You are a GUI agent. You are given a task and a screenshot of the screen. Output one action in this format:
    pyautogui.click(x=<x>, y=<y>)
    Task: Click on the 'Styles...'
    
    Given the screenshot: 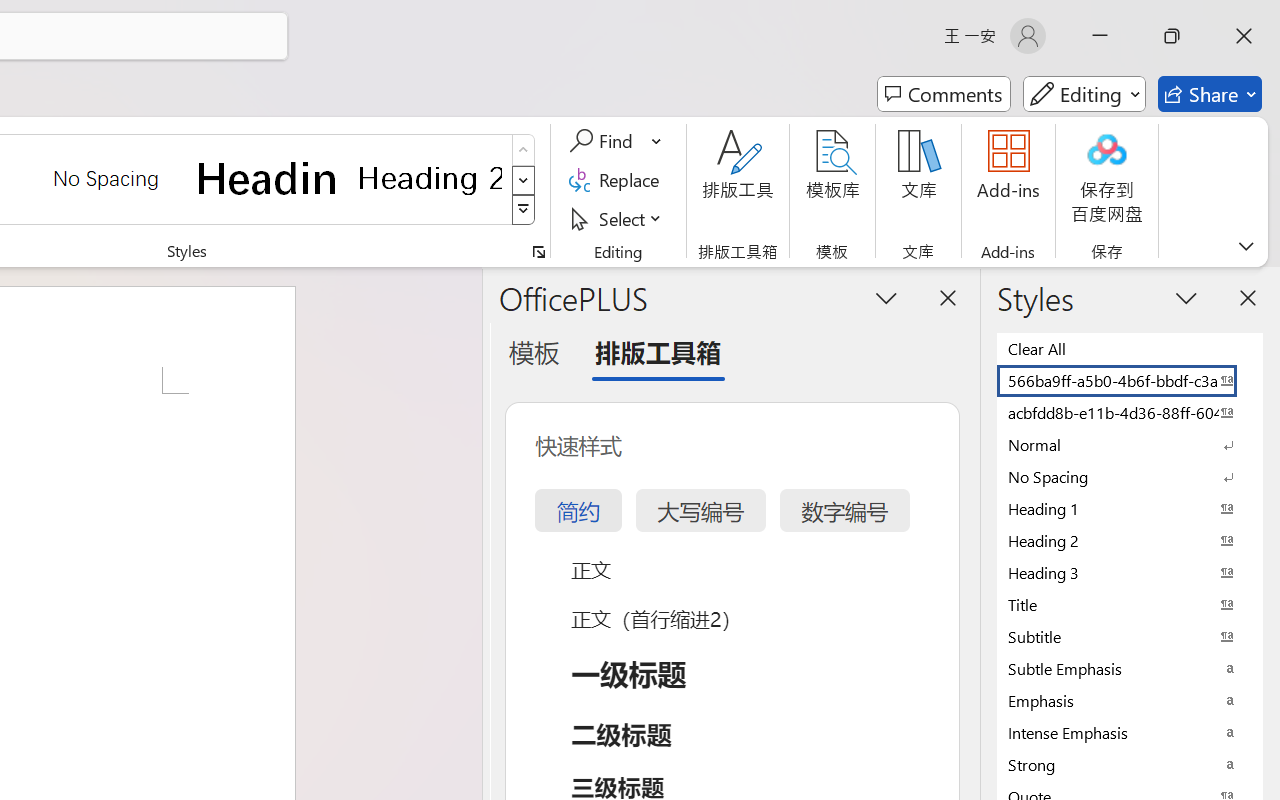 What is the action you would take?
    pyautogui.click(x=538, y=251)
    